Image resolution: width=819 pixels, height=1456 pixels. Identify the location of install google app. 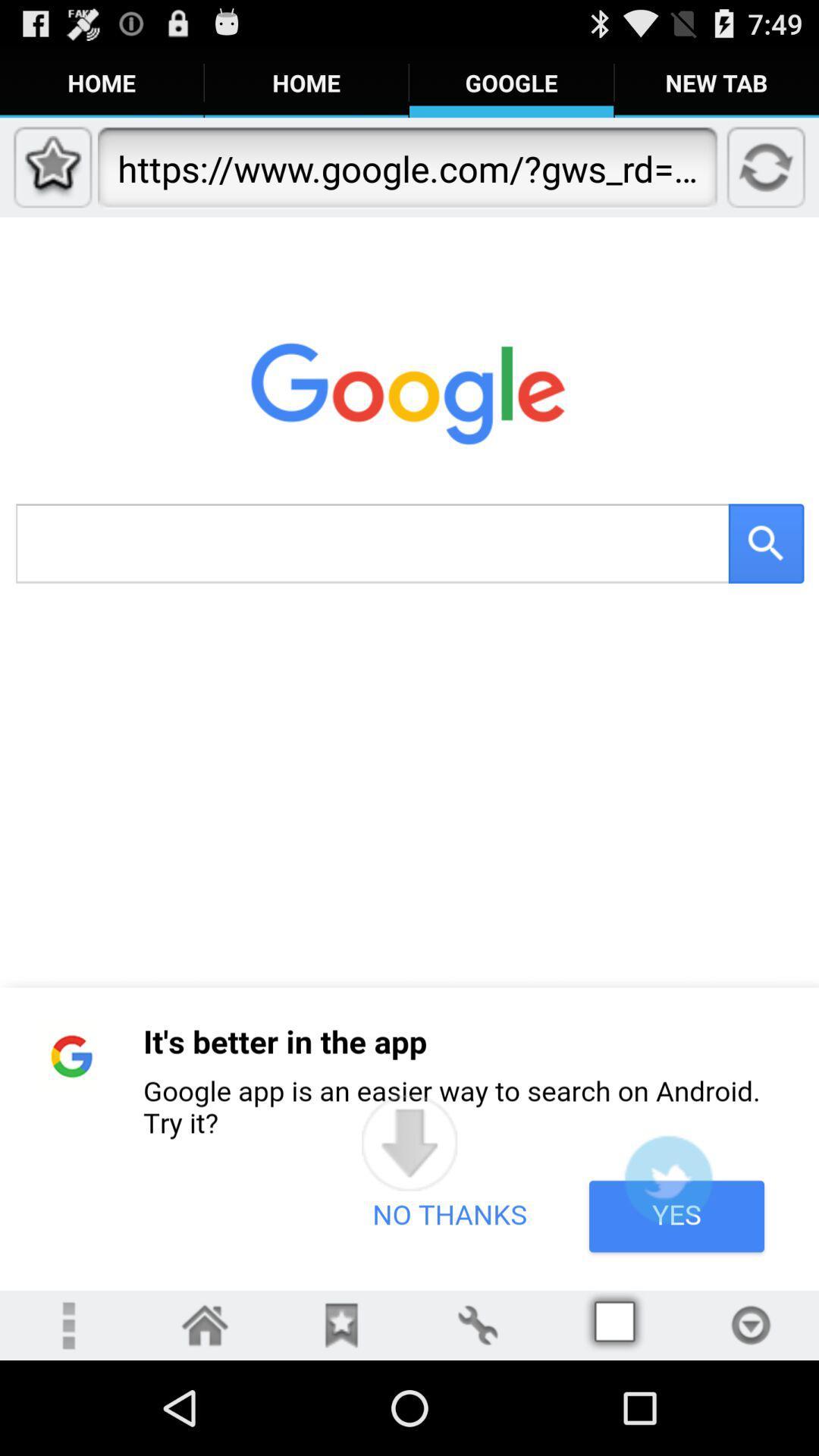
(667, 1178).